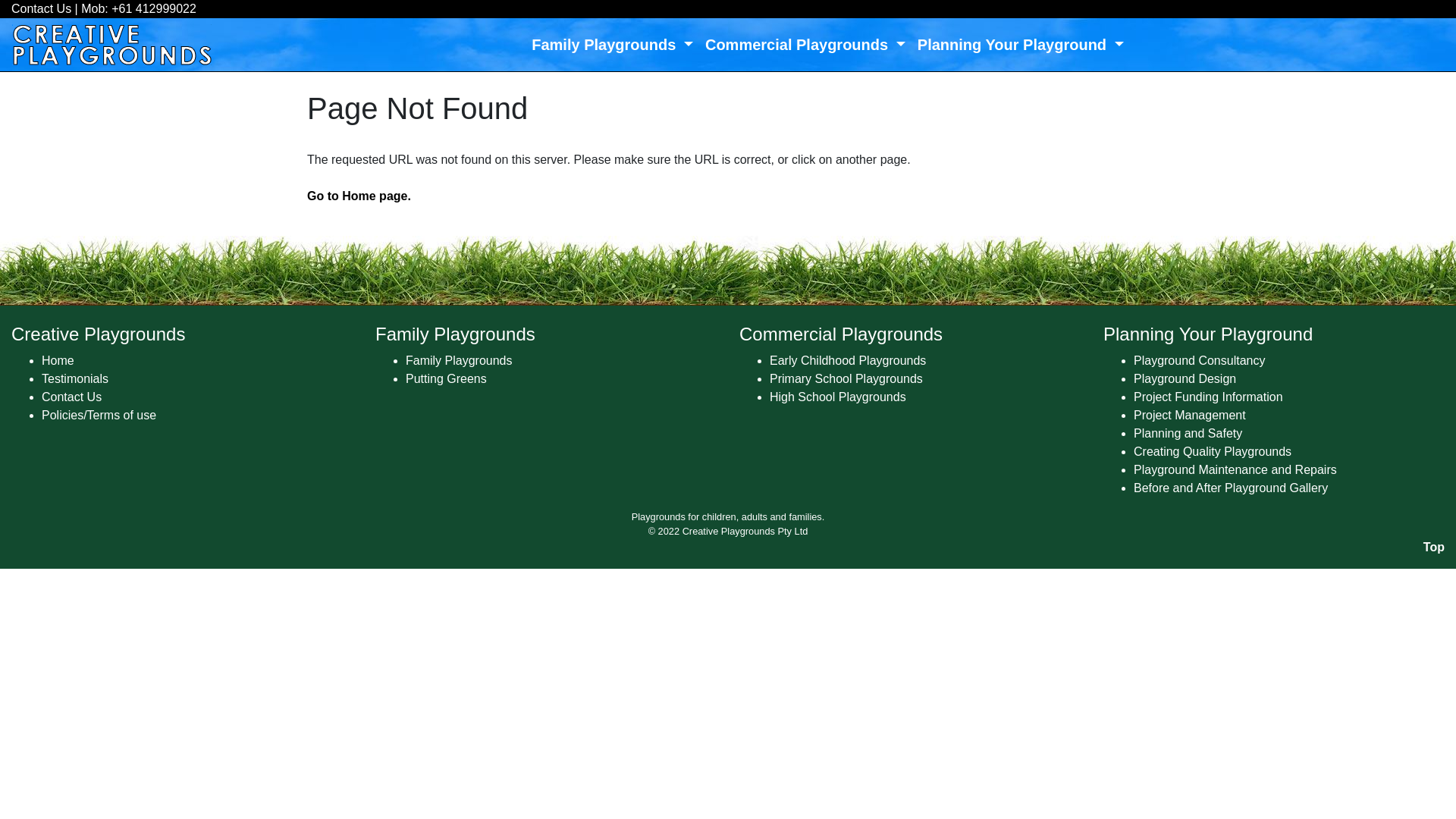 The width and height of the screenshot is (1456, 819). Describe the element at coordinates (1230, 488) in the screenshot. I see `'Before and After Playground Gallery'` at that location.